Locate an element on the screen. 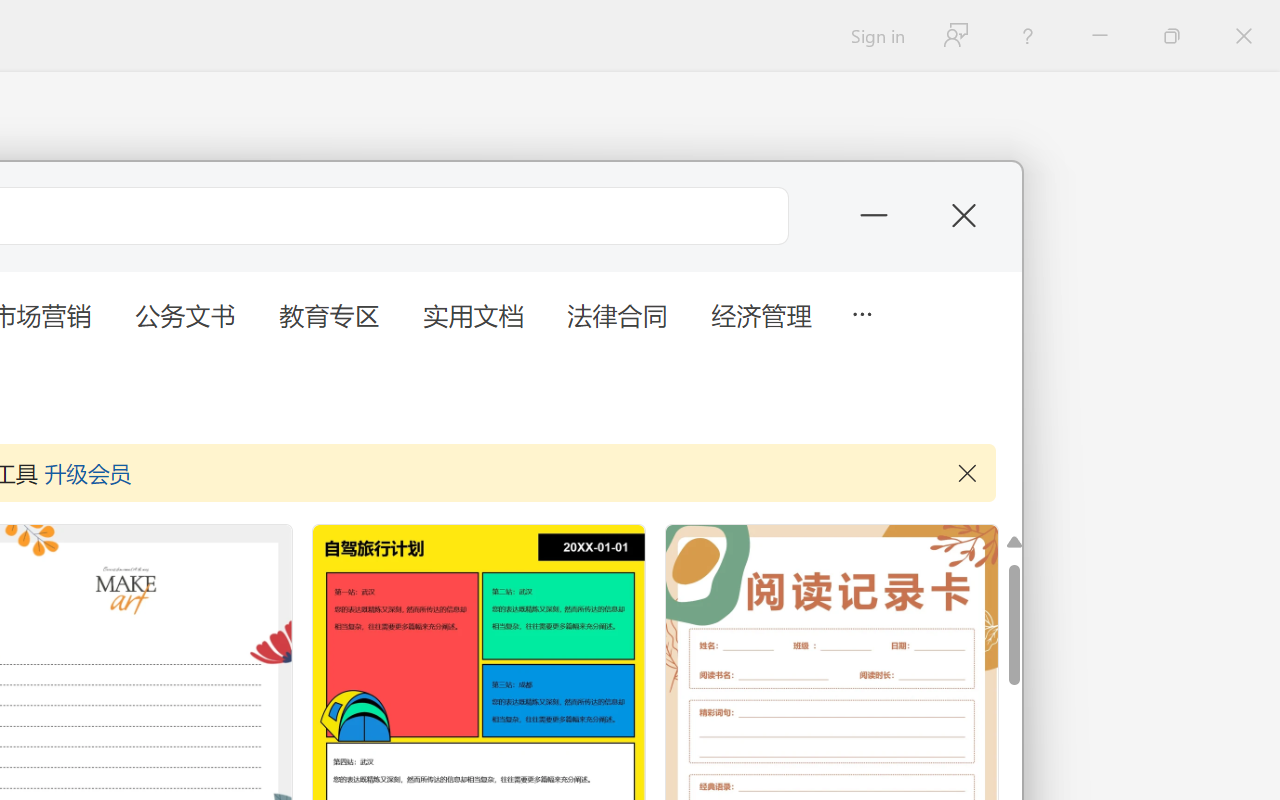 The height and width of the screenshot is (800, 1280). '5 more tabs' is located at coordinates (861, 311).